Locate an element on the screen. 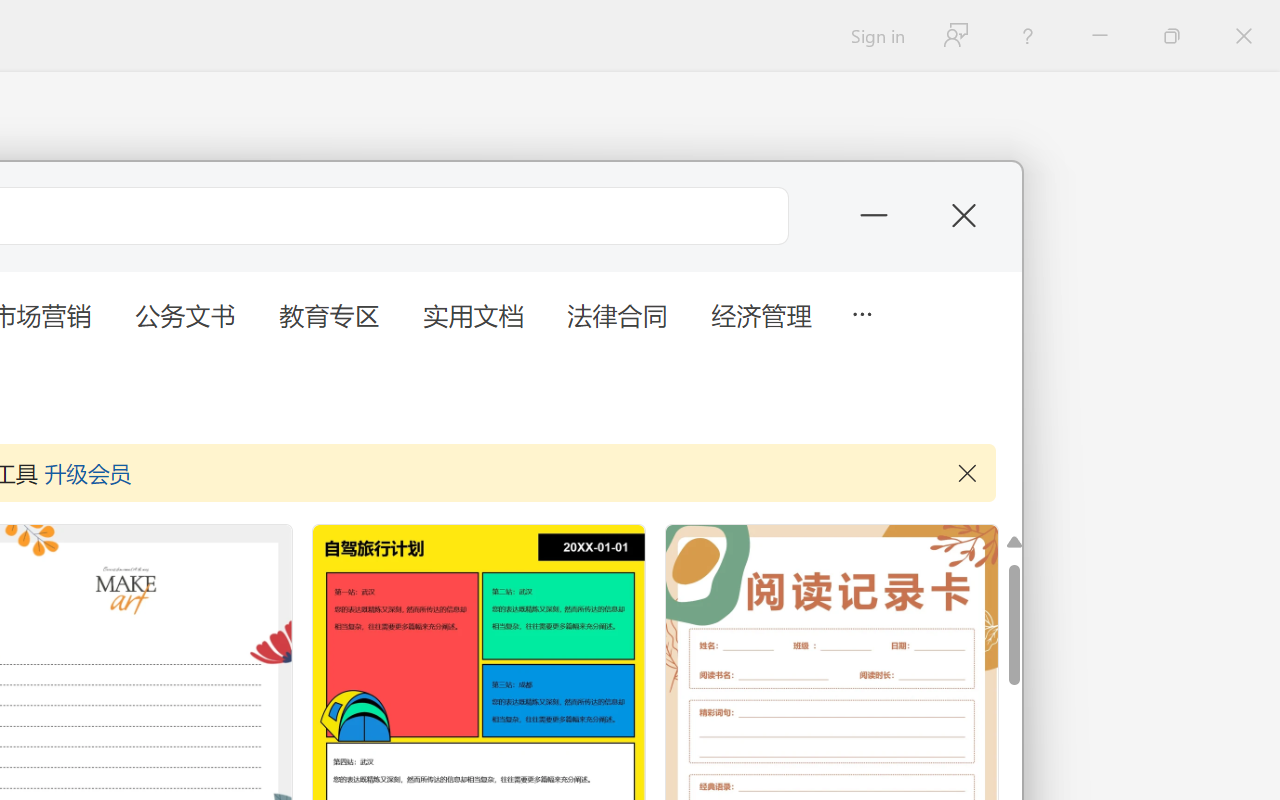 The height and width of the screenshot is (800, 1280). '5 more tabs' is located at coordinates (861, 311).